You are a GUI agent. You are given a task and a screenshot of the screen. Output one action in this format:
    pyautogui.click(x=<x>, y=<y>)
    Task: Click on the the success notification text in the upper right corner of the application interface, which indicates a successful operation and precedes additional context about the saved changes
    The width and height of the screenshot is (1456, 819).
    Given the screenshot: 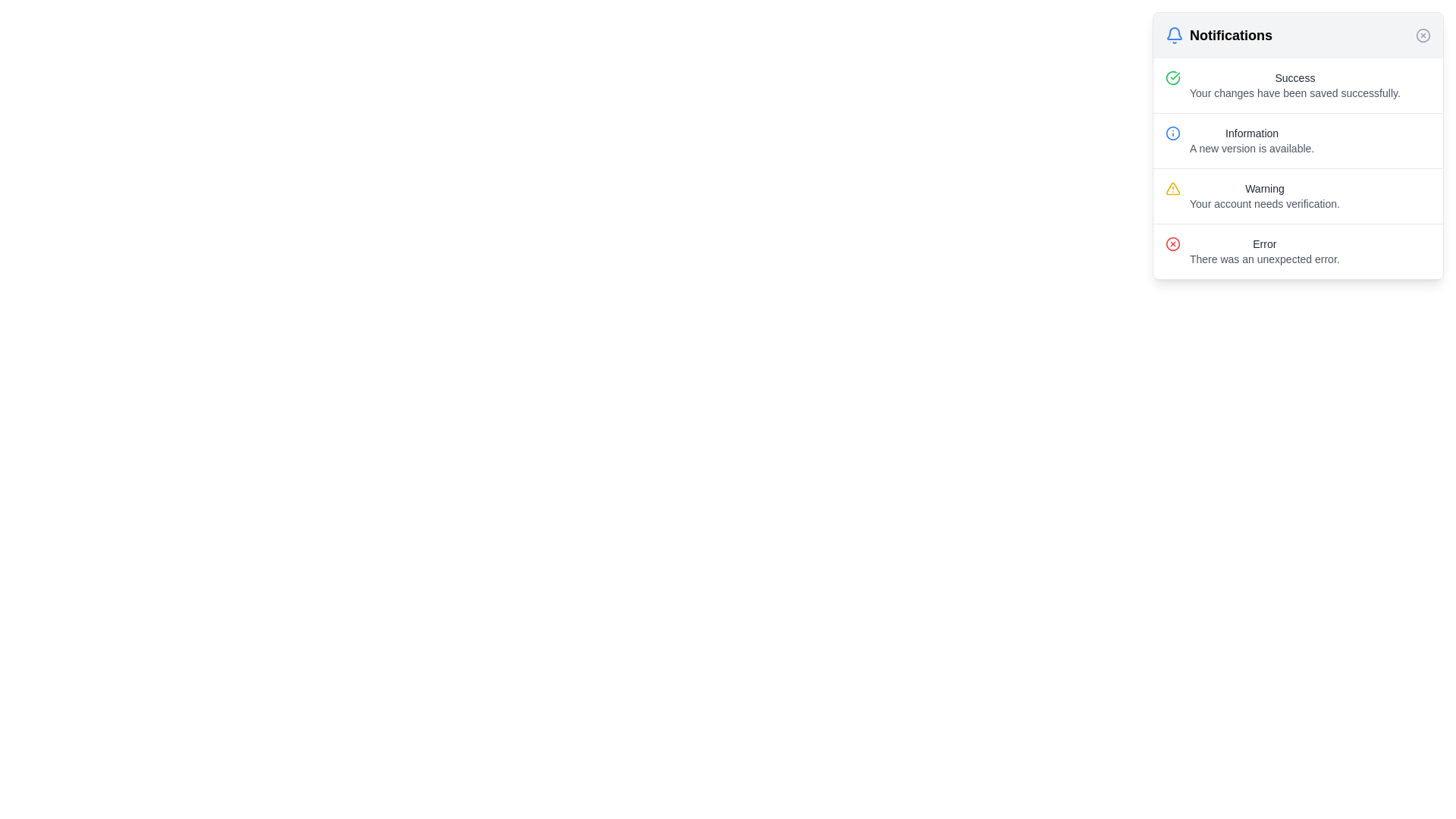 What is the action you would take?
    pyautogui.click(x=1294, y=78)
    